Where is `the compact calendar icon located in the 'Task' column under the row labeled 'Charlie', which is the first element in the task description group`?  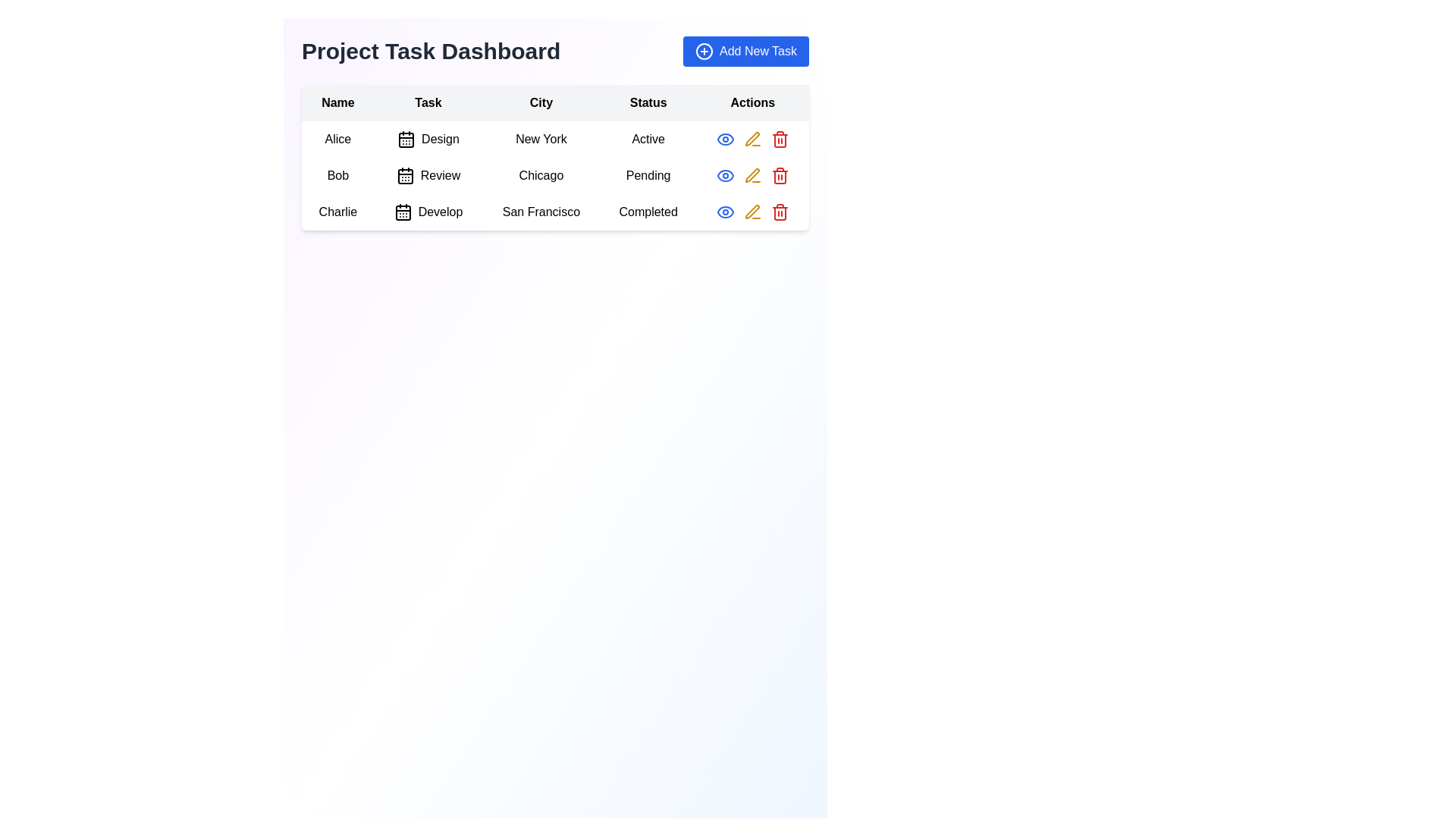 the compact calendar icon located in the 'Task' column under the row labeled 'Charlie', which is the first element in the task description group is located at coordinates (403, 212).